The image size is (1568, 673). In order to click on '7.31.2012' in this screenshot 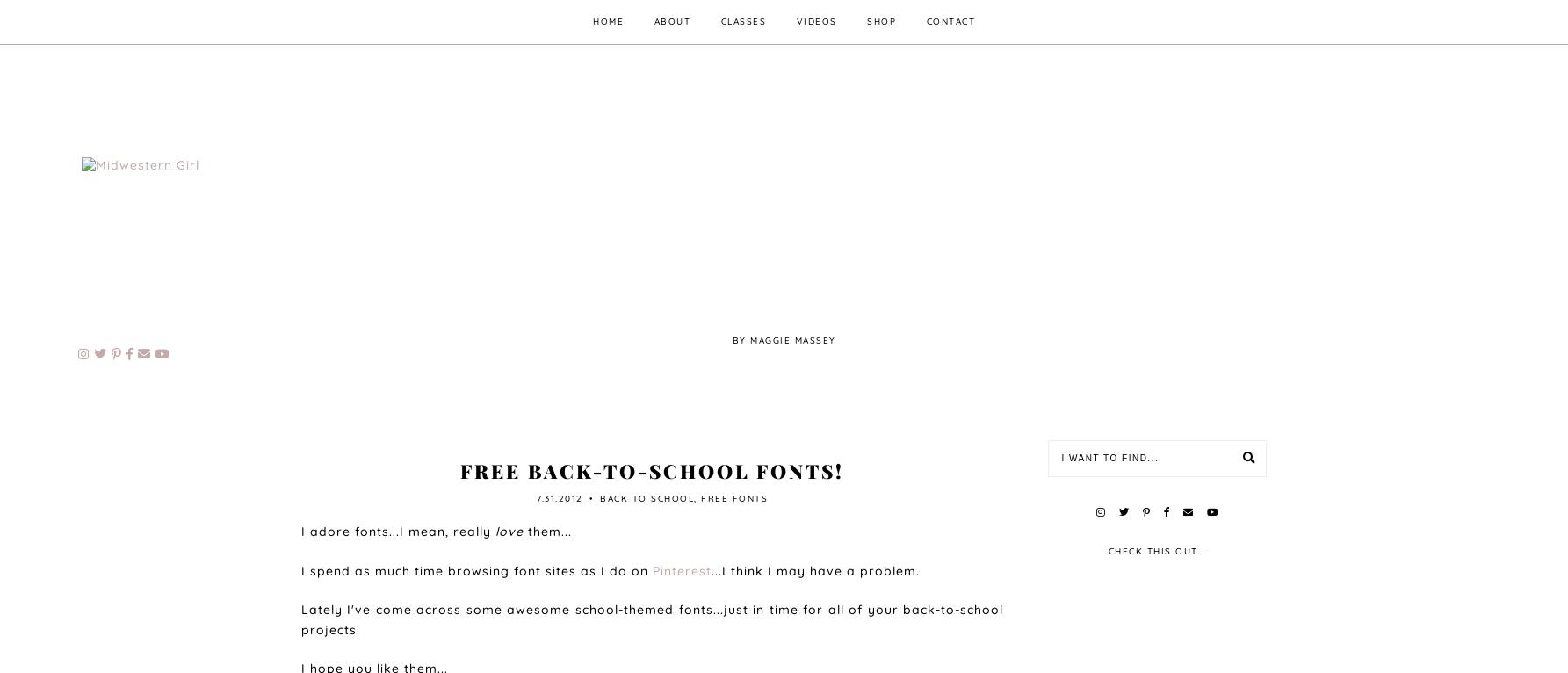, I will do `click(537, 496)`.